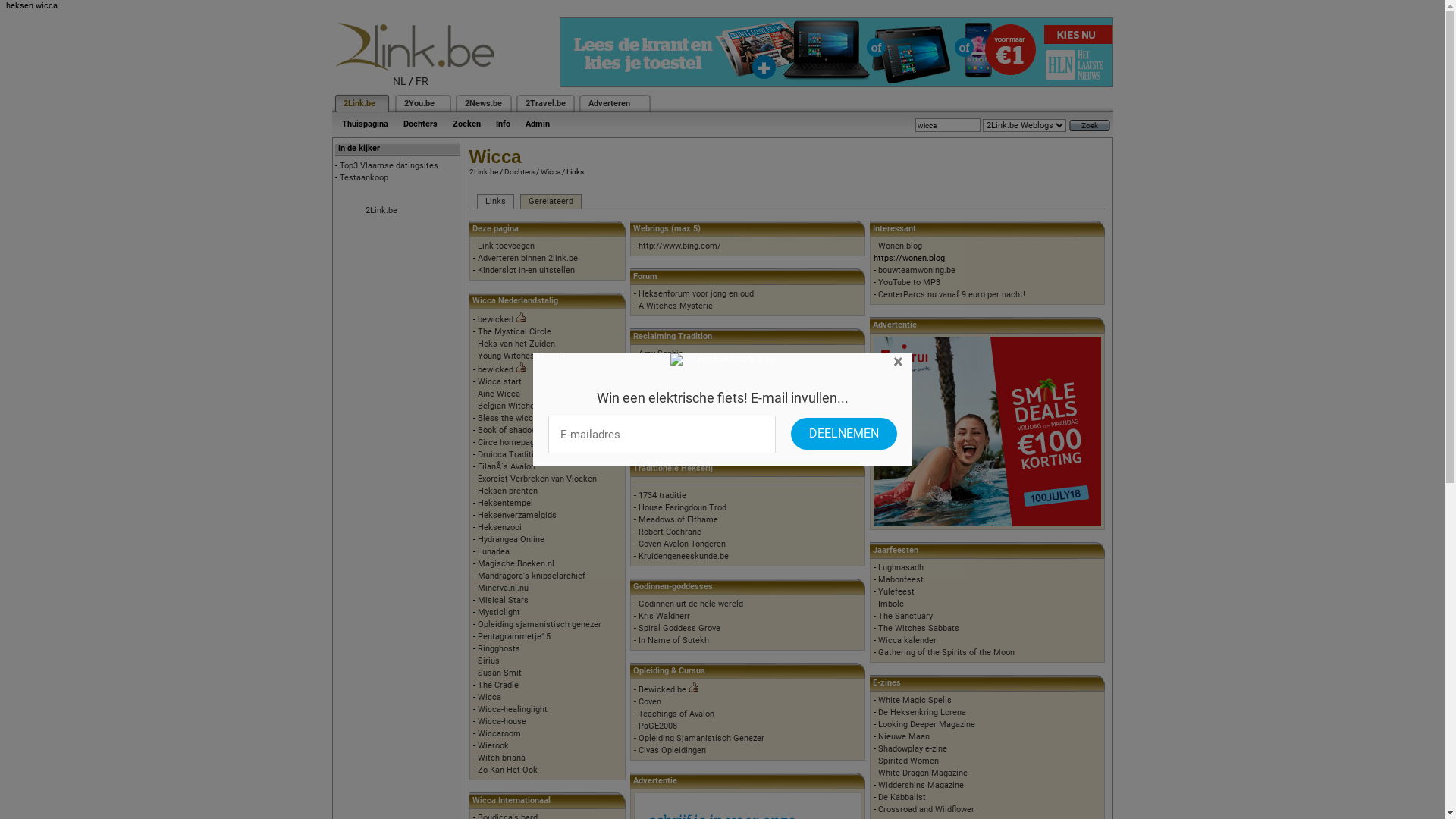  What do you see at coordinates (498, 393) in the screenshot?
I see `'Aine Wicca'` at bounding box center [498, 393].